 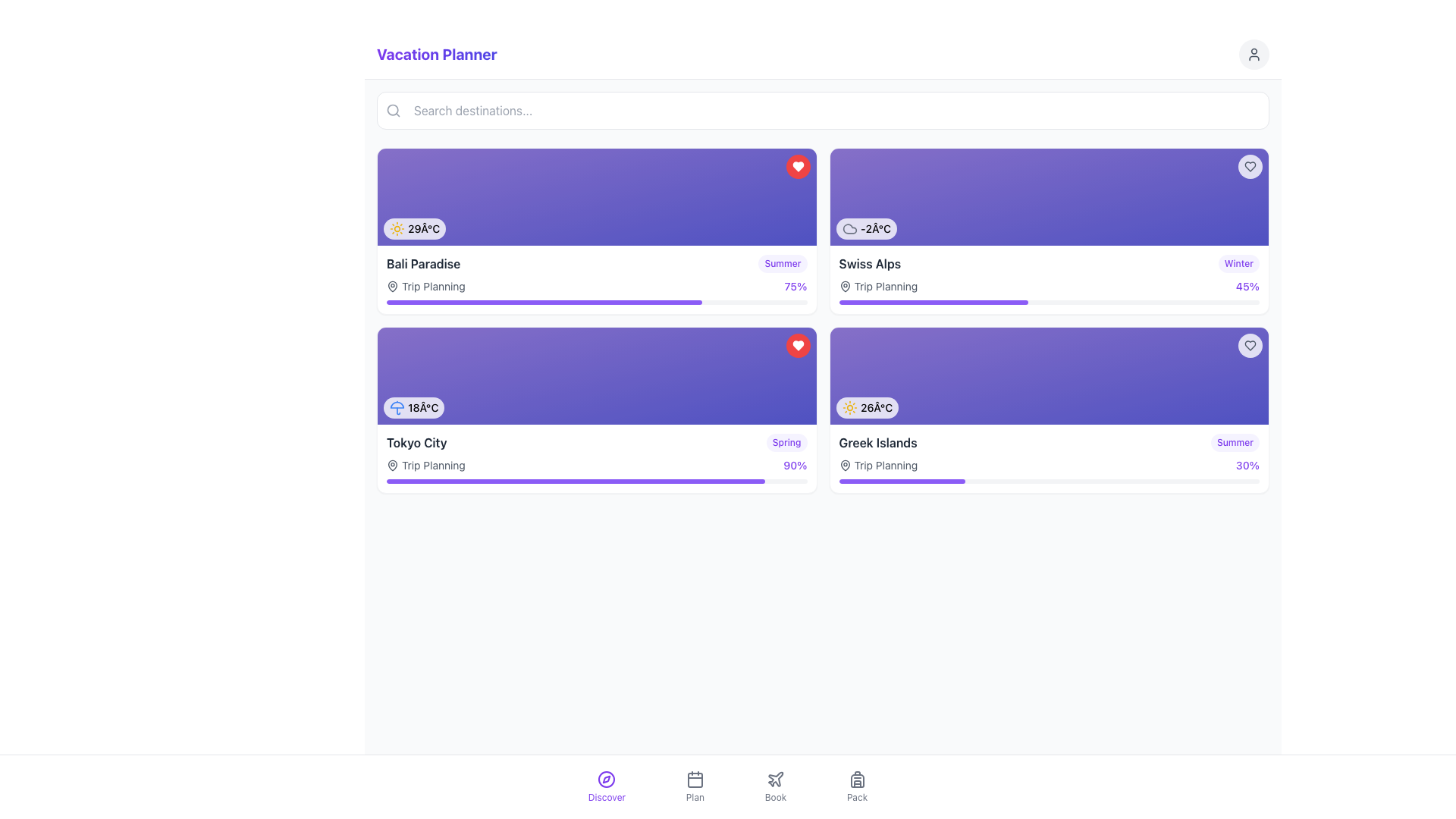 I want to click on the Information card located in the top-right corner of the grid, adjacent to the 'Bali Paradise' card, so click(x=1048, y=231).